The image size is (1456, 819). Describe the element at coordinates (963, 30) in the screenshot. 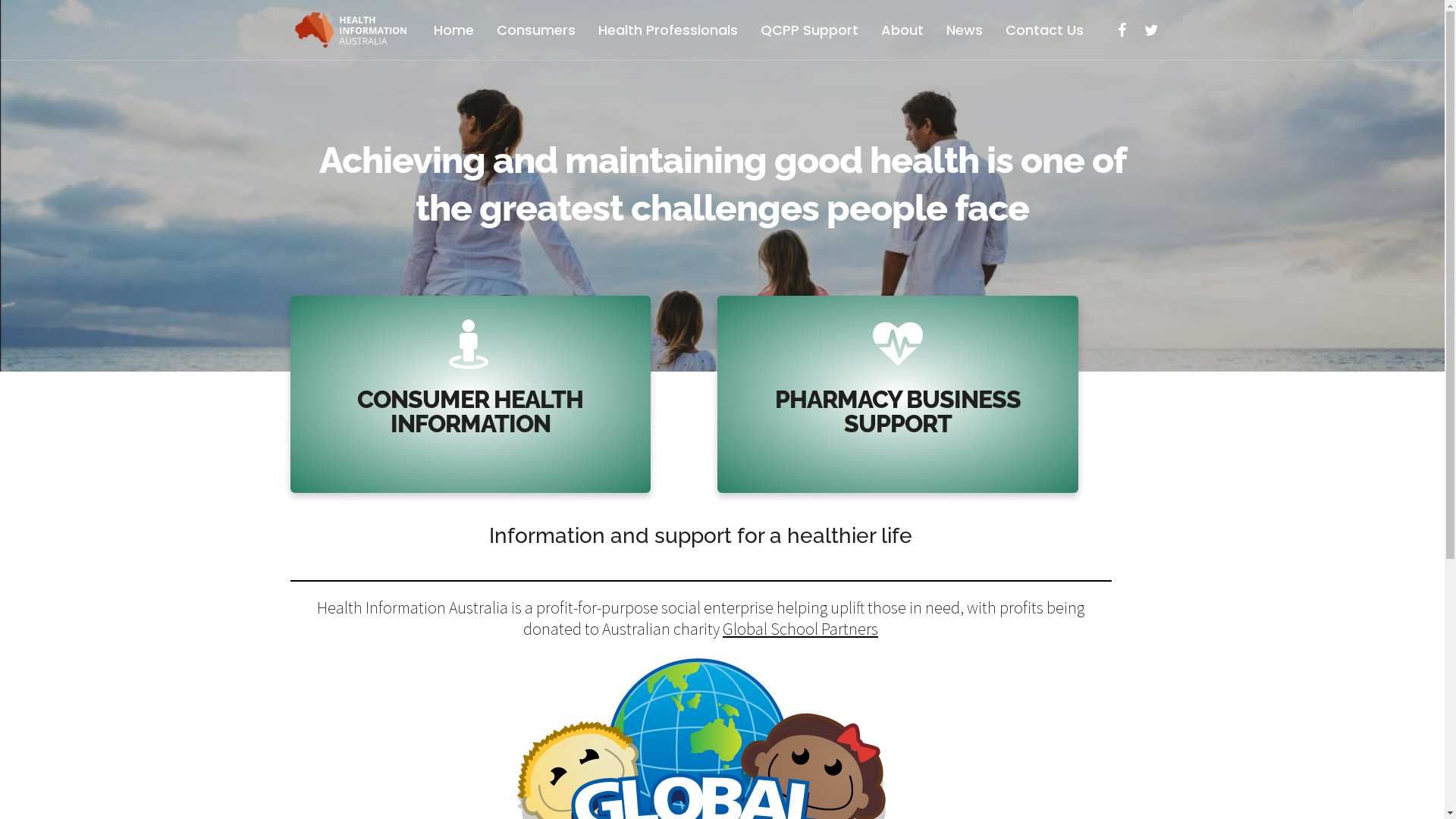

I see `'News'` at that location.